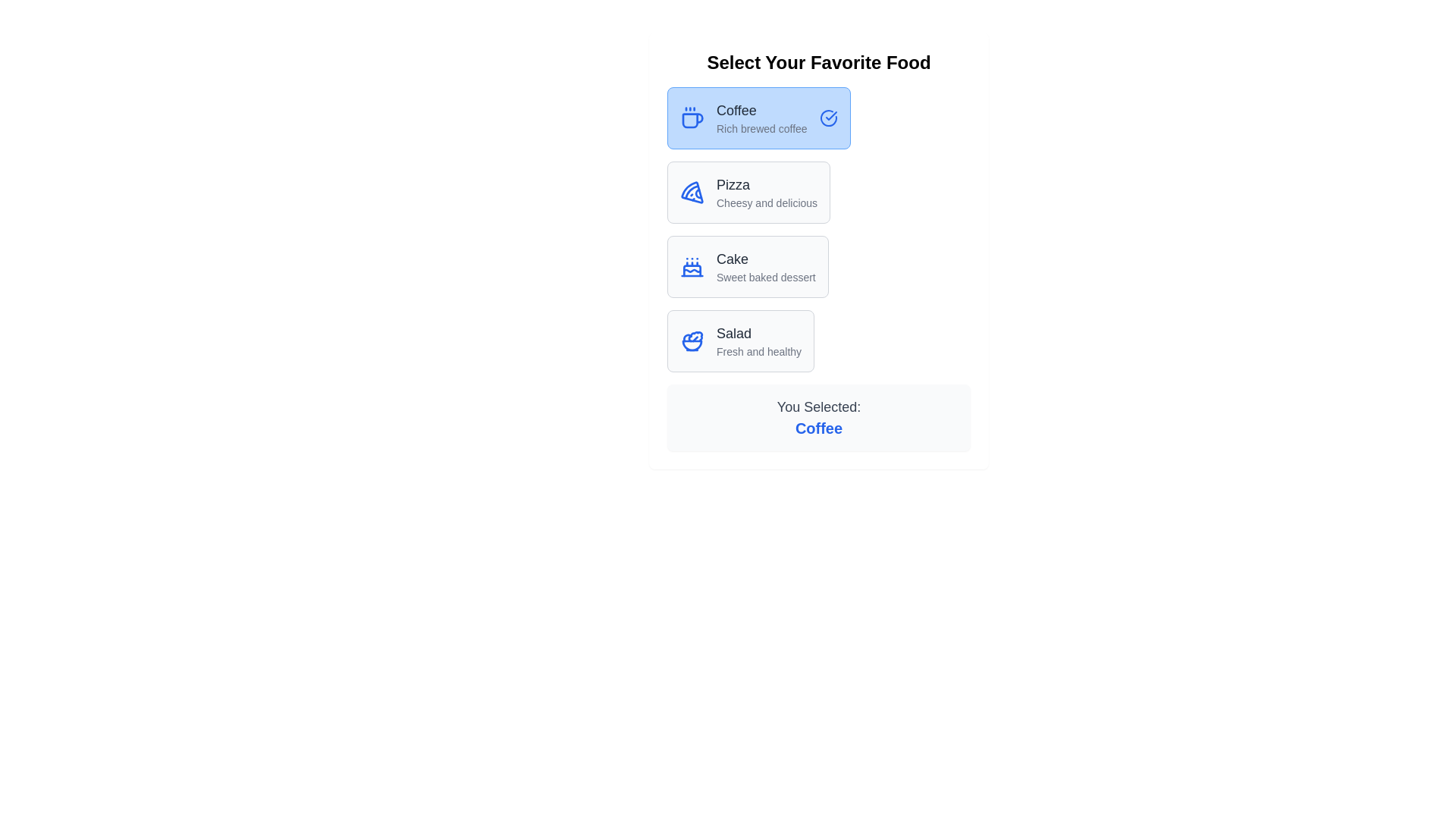 This screenshot has width=1456, height=819. Describe the element at coordinates (767, 192) in the screenshot. I see `the Text Label displaying 'Pizza' which is the second option in the list, located below 'Coffee' and above 'Cake' and 'Salad'` at that location.